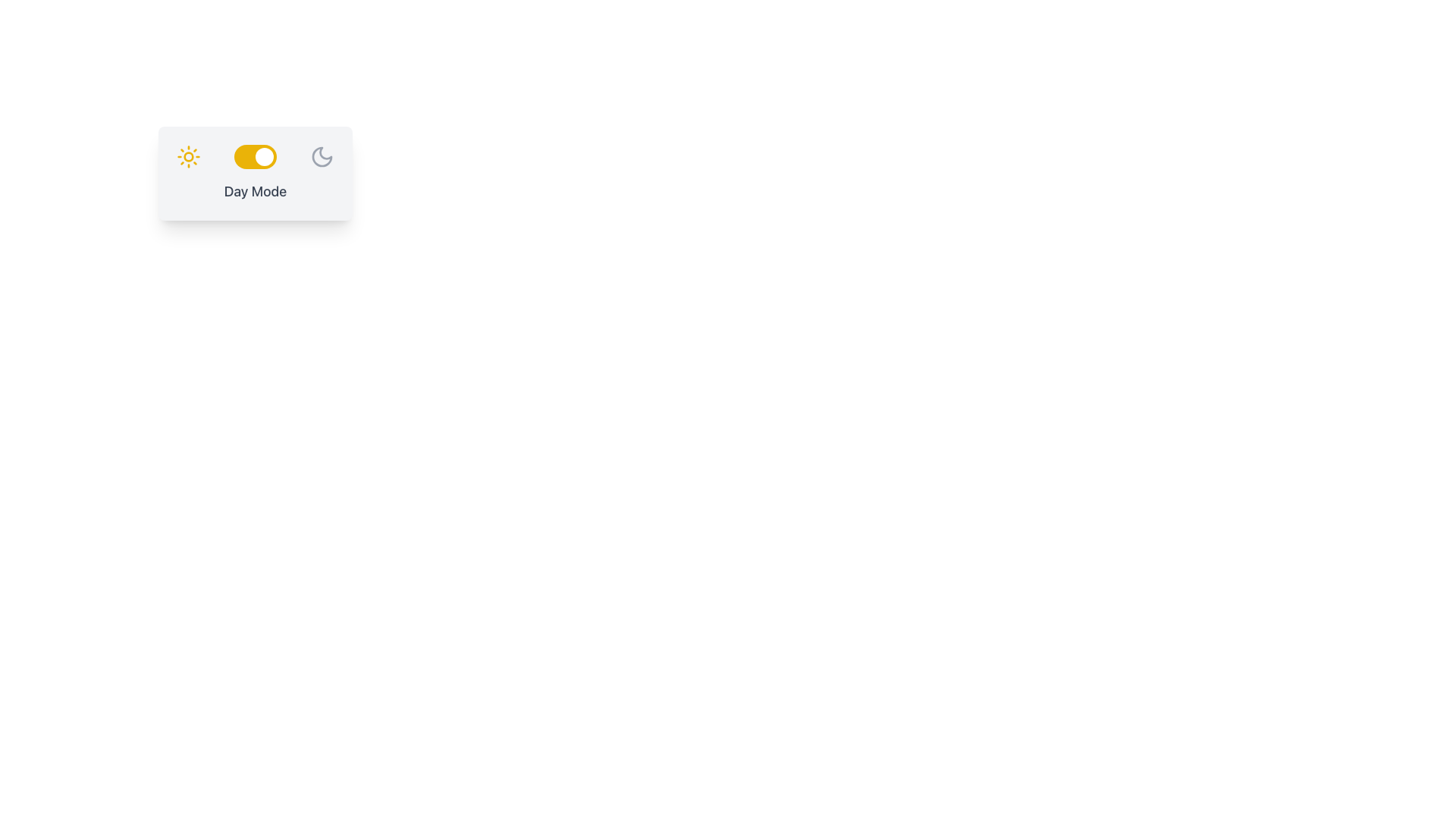 Image resolution: width=1456 pixels, height=819 pixels. I want to click on the moon-shaped icon, which is a solid gray crescent located within a circular boundary and positioned to the far right of the panel, so click(322, 157).